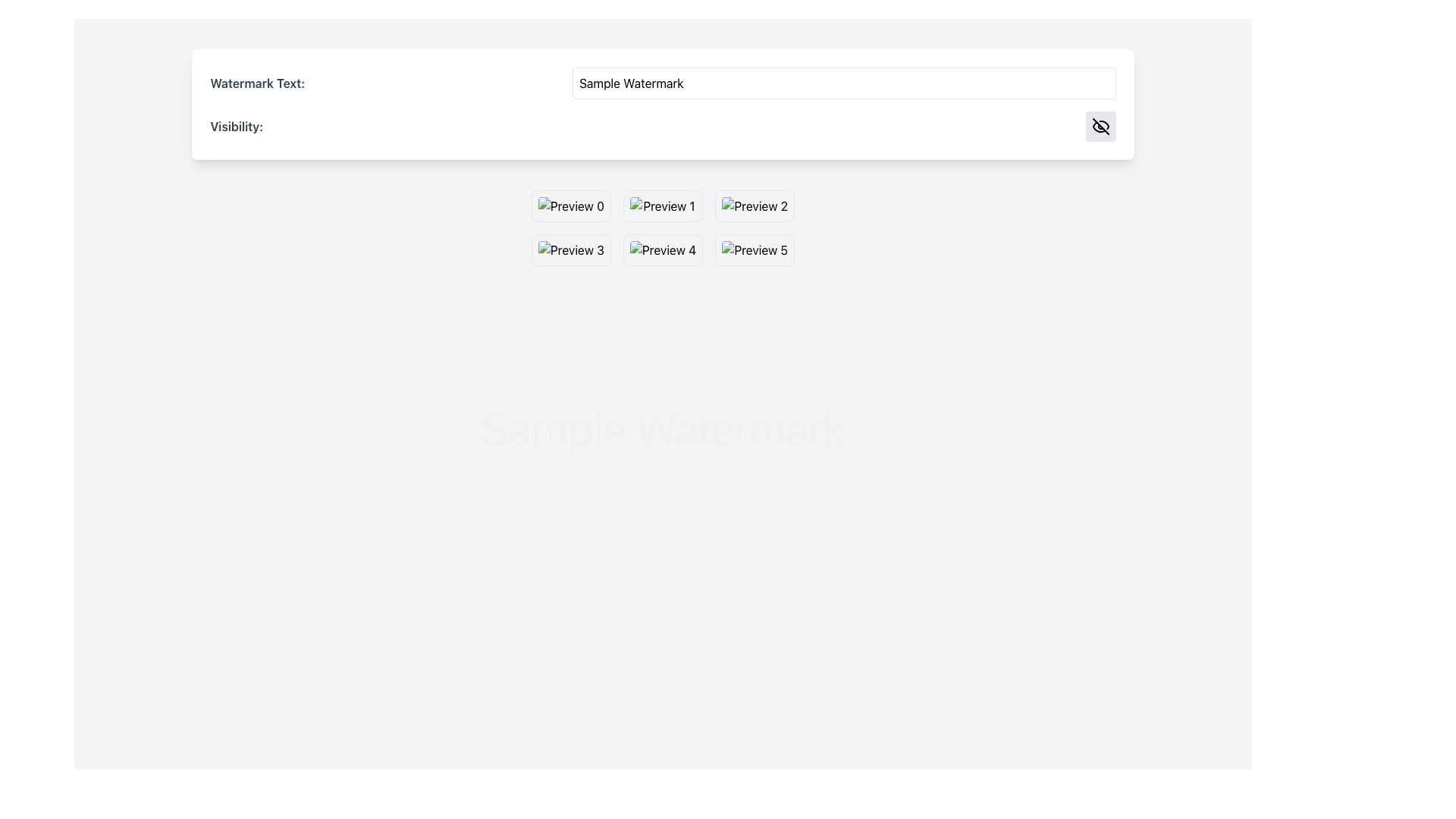  I want to click on the first curved, partially dashed segment of the 'eye-off' icon indicating obscured visibility, located at the top right corner of the interface near the text input labeled 'Visibility', so click(1104, 124).